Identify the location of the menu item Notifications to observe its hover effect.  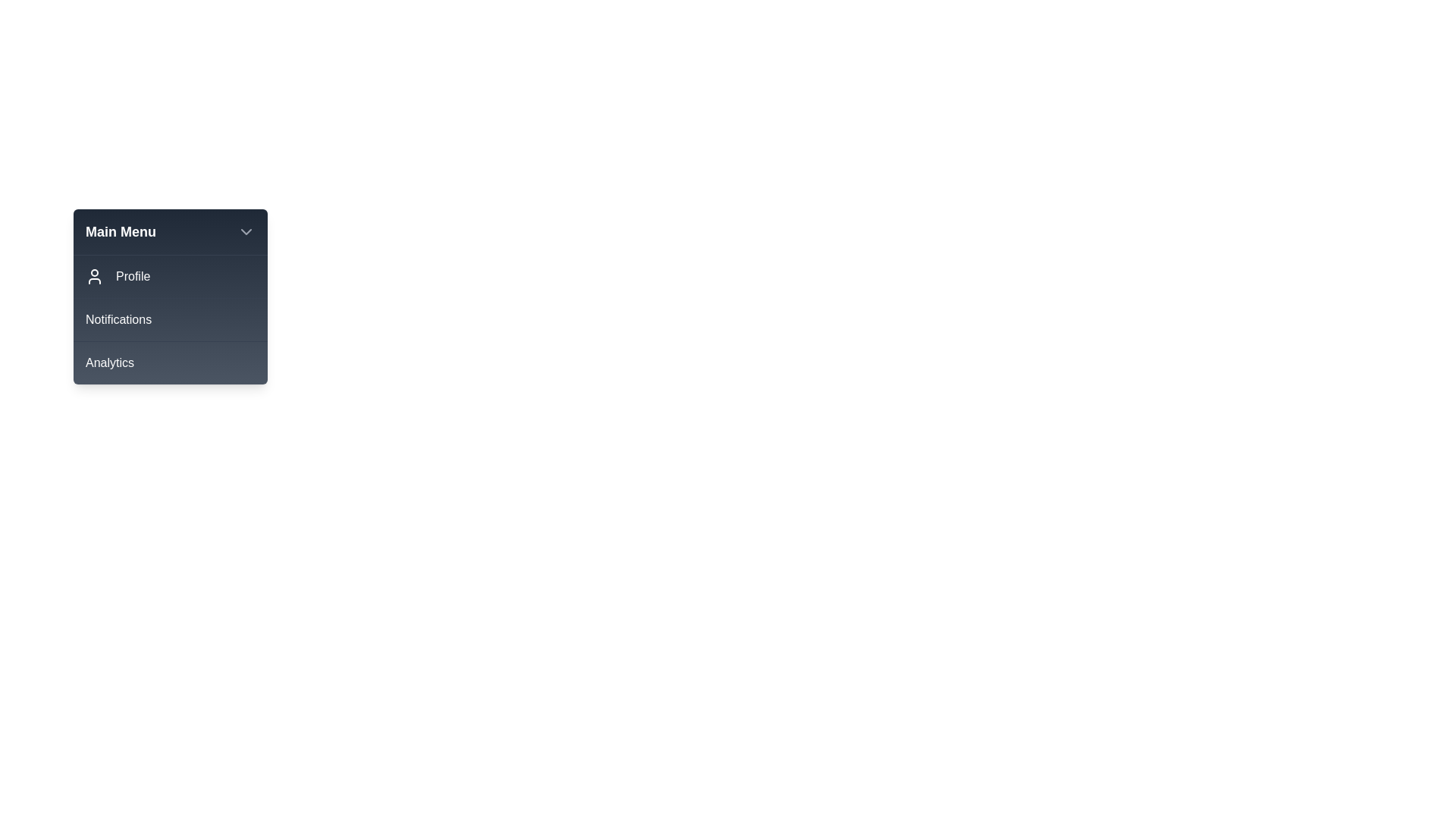
(171, 318).